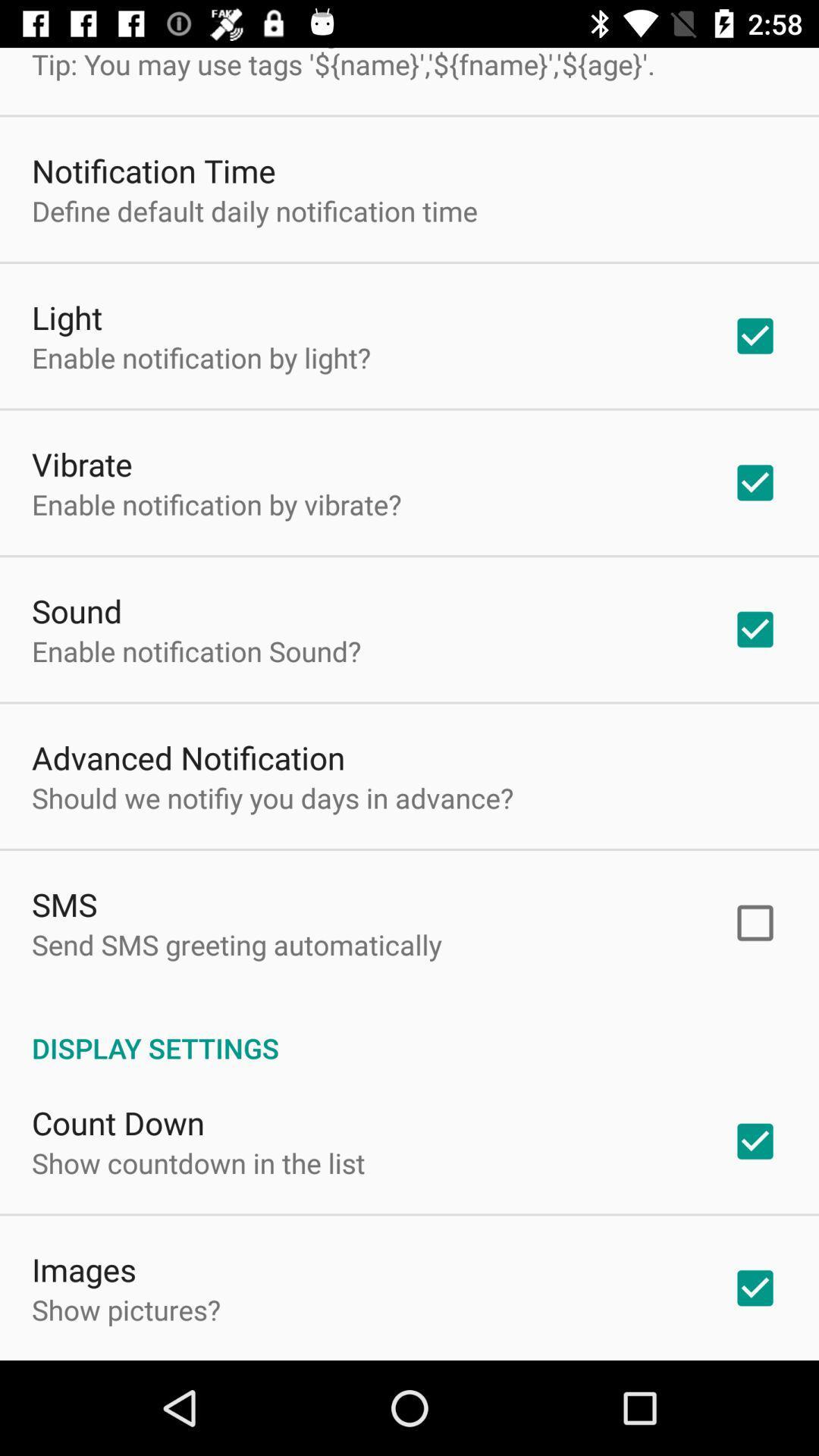  Describe the element at coordinates (237, 943) in the screenshot. I see `item above the display settings app` at that location.